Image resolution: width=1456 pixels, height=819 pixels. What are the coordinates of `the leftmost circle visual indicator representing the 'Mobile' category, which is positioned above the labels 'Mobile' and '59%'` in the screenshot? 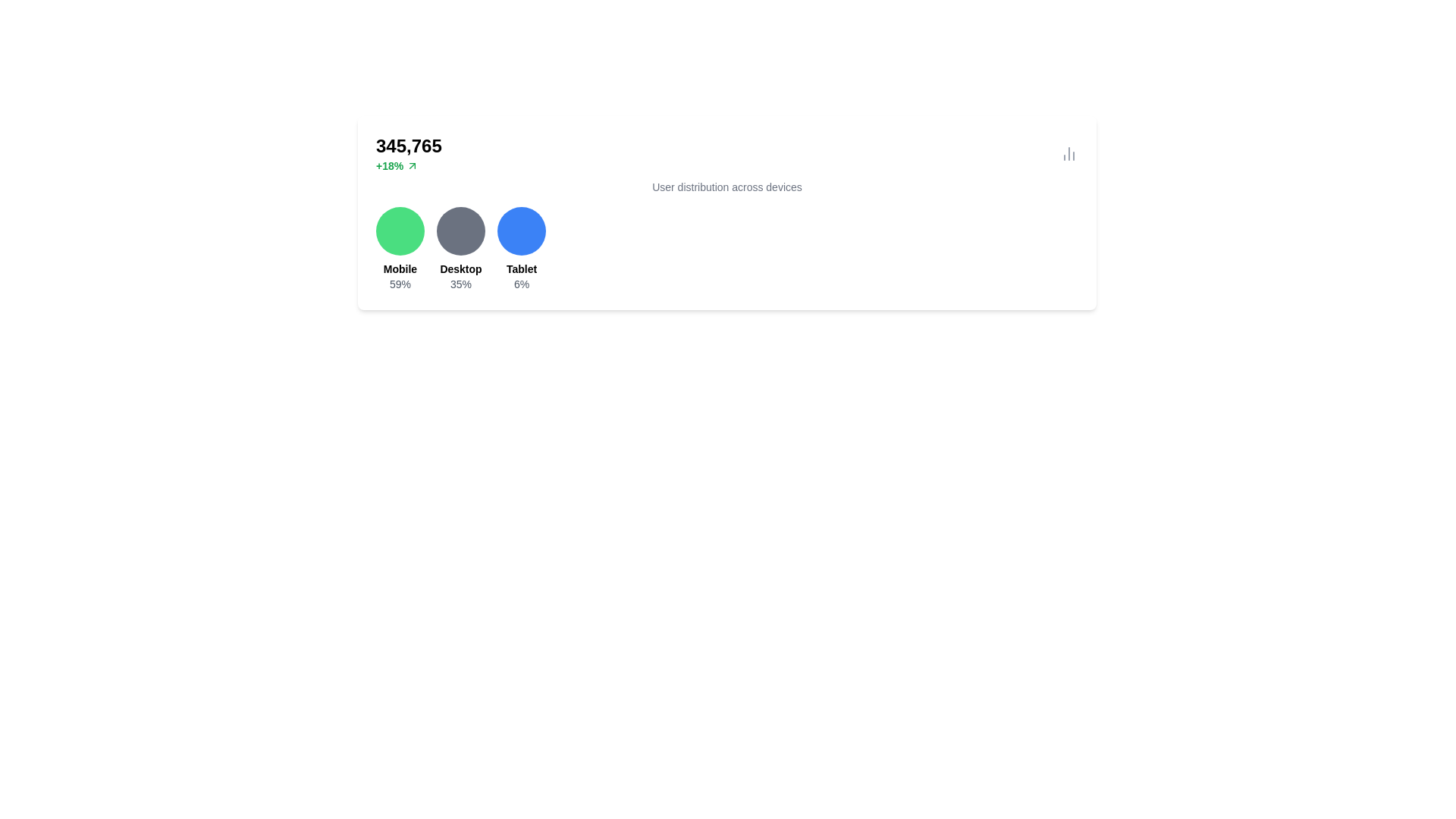 It's located at (400, 231).